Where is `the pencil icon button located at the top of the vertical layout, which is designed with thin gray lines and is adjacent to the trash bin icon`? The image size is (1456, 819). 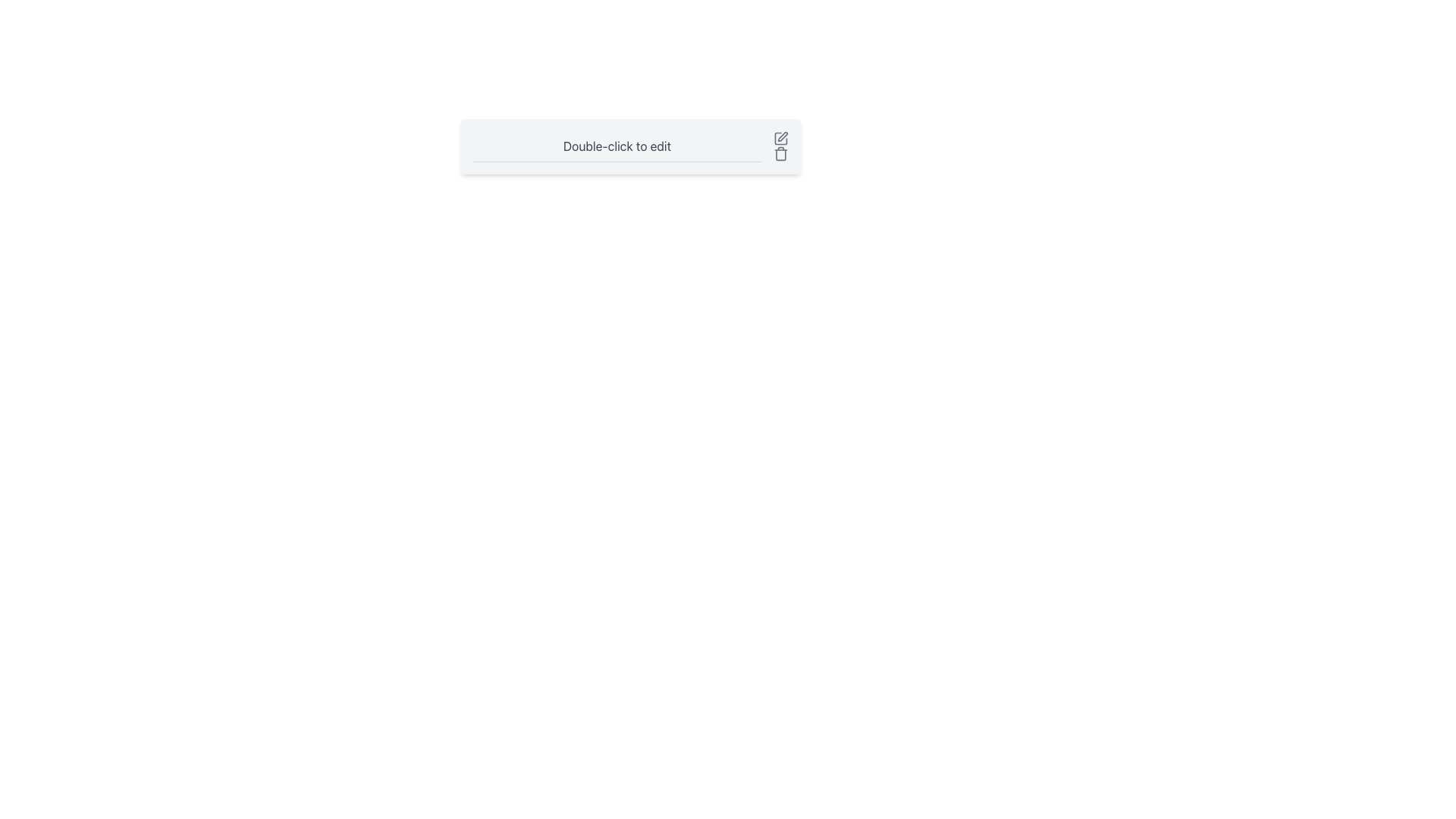 the pencil icon button located at the top of the vertical layout, which is designed with thin gray lines and is adjacent to the trash bin icon is located at coordinates (781, 138).